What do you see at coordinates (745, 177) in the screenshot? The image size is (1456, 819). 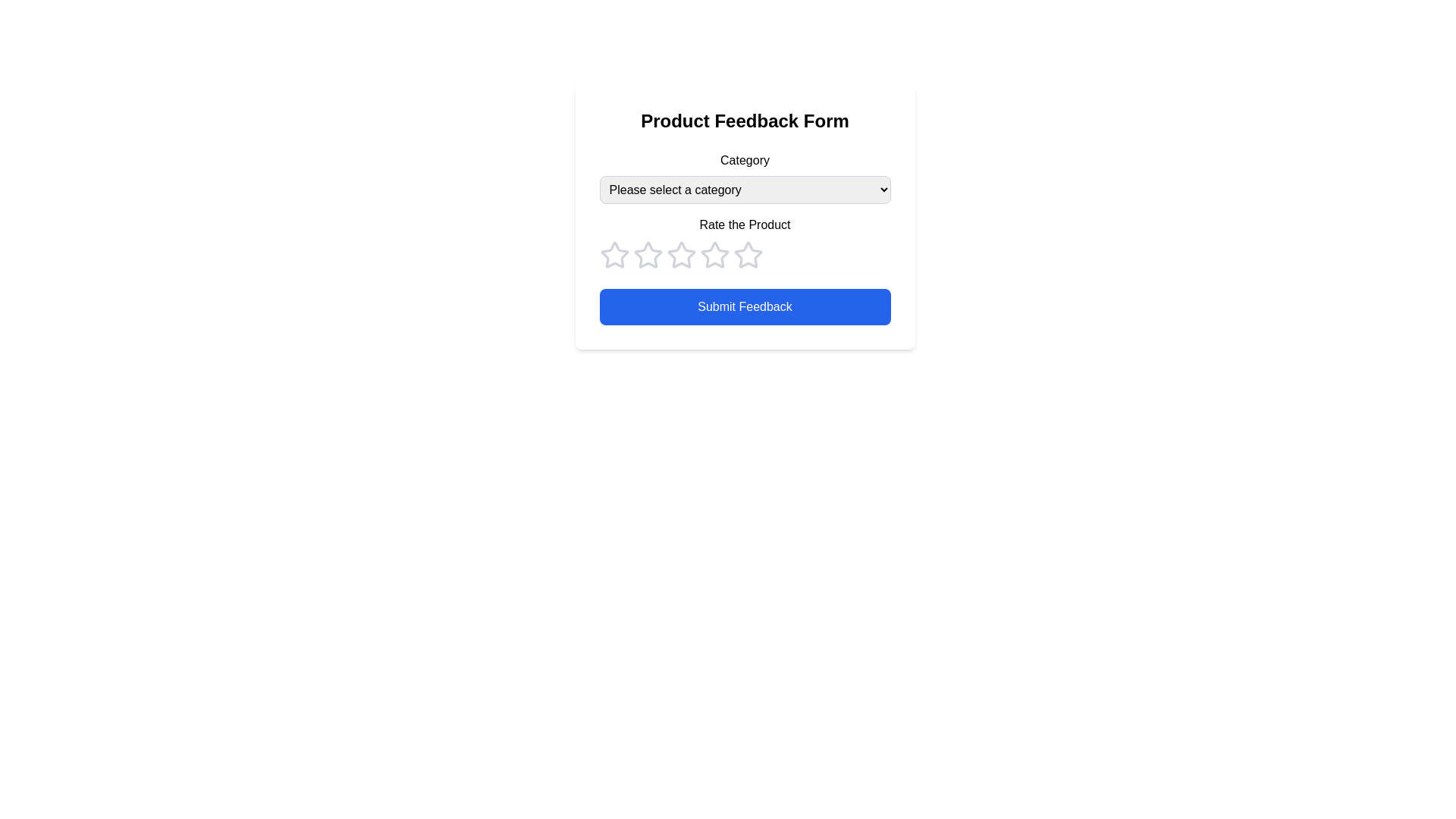 I see `a category from the 'Category' dropdown menu located in the 'Product Feedback Form' section by clicking on it` at bounding box center [745, 177].